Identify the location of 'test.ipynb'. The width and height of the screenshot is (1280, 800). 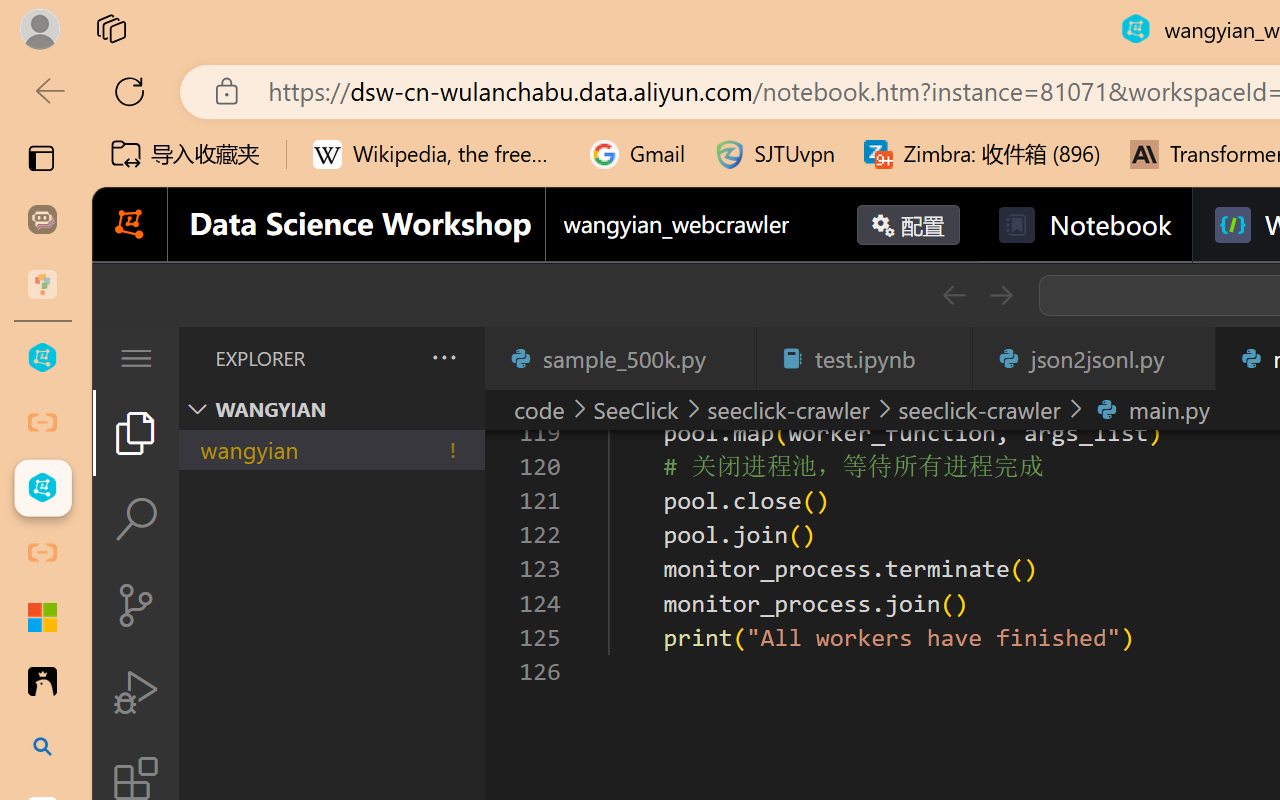
(864, 358).